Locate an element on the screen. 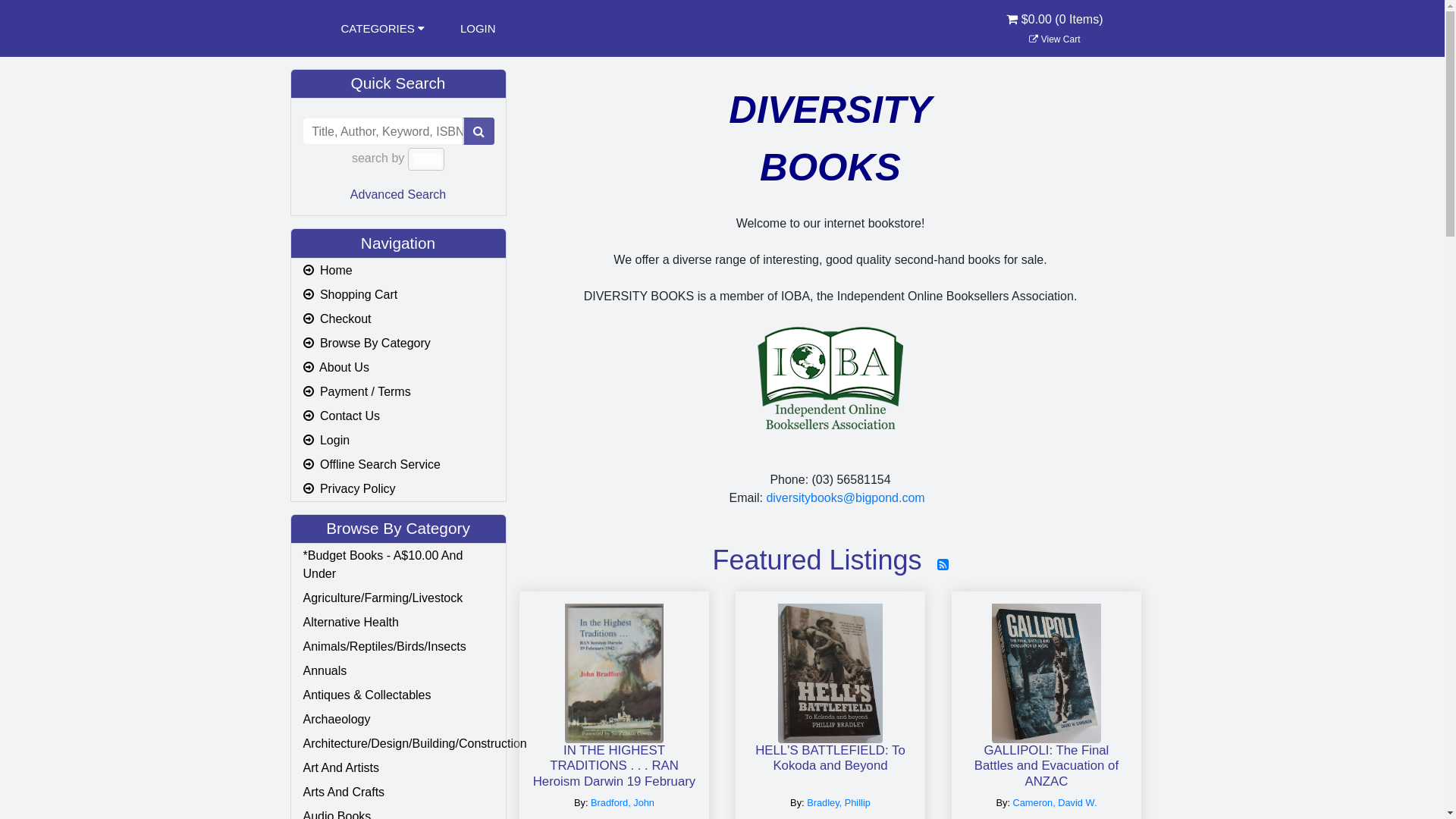 The width and height of the screenshot is (1456, 819). '$0.00 (0 Items)' is located at coordinates (1053, 28).